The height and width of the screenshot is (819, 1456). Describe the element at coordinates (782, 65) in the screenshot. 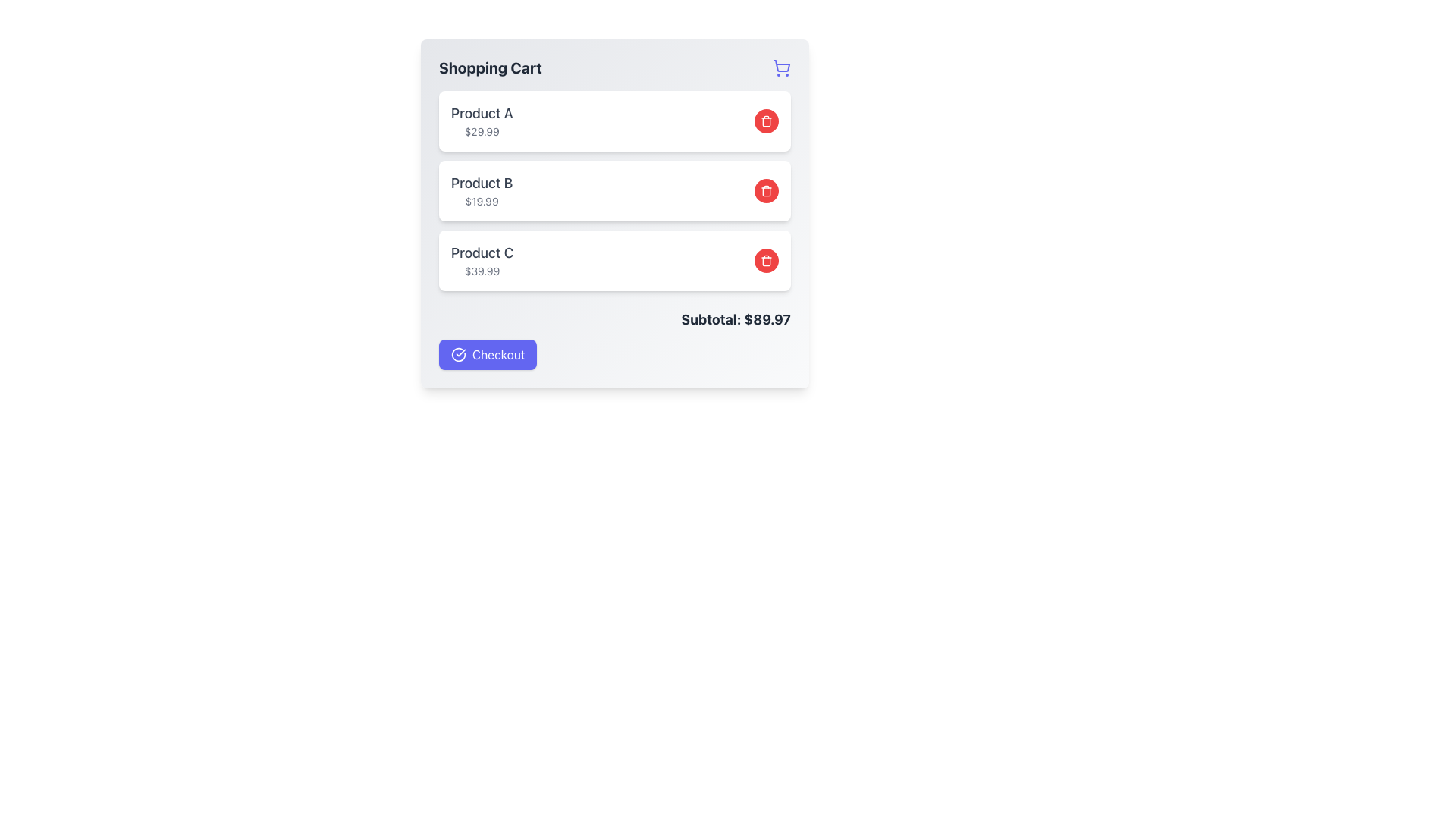

I see `the body of the shopping cart icon located in the top-right corner of the shopping cart interface, which is part of an SVG component` at that location.